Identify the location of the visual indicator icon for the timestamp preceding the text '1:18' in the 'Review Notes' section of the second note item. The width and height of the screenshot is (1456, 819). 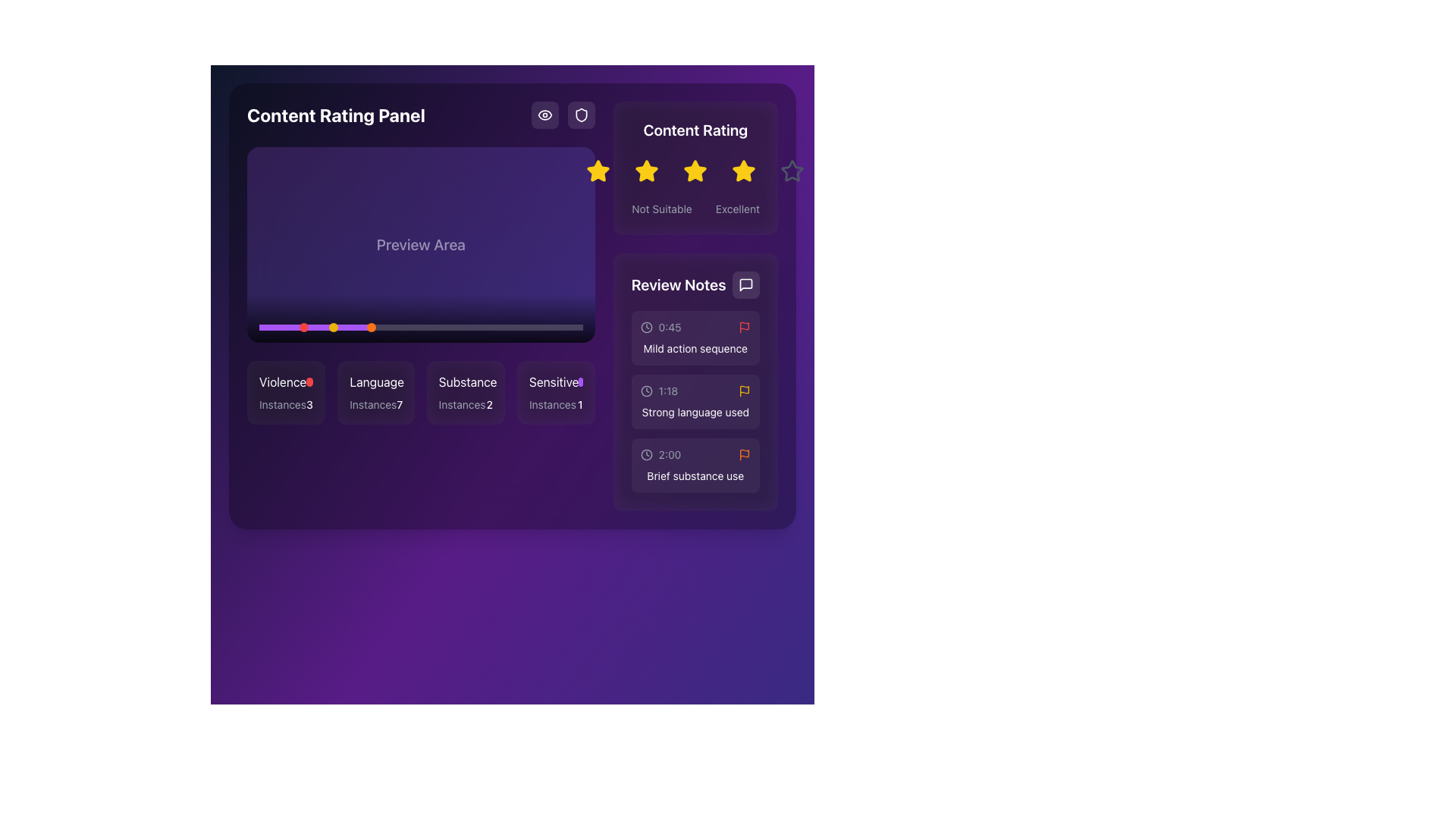
(646, 391).